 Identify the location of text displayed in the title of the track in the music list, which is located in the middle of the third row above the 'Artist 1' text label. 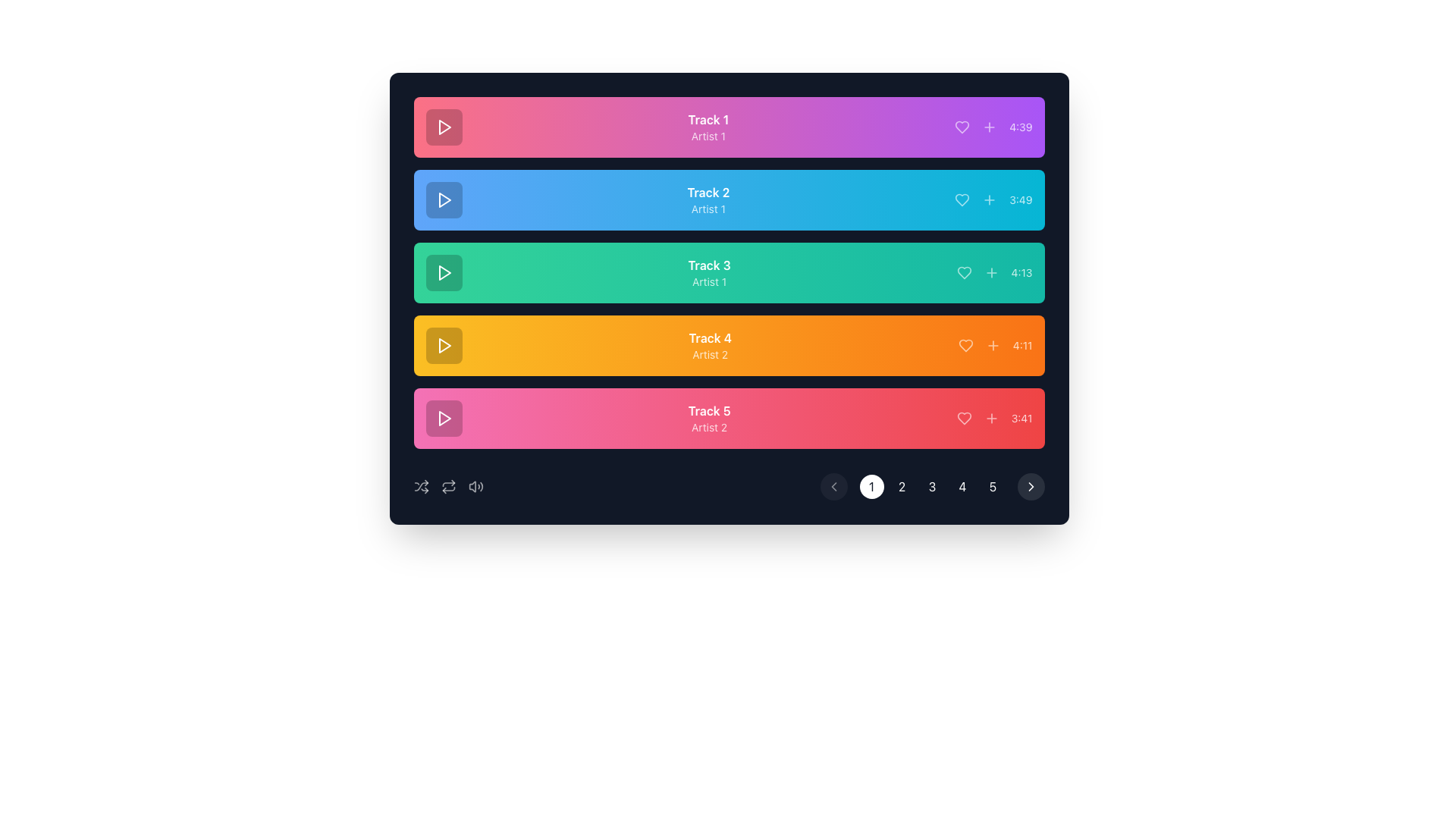
(708, 265).